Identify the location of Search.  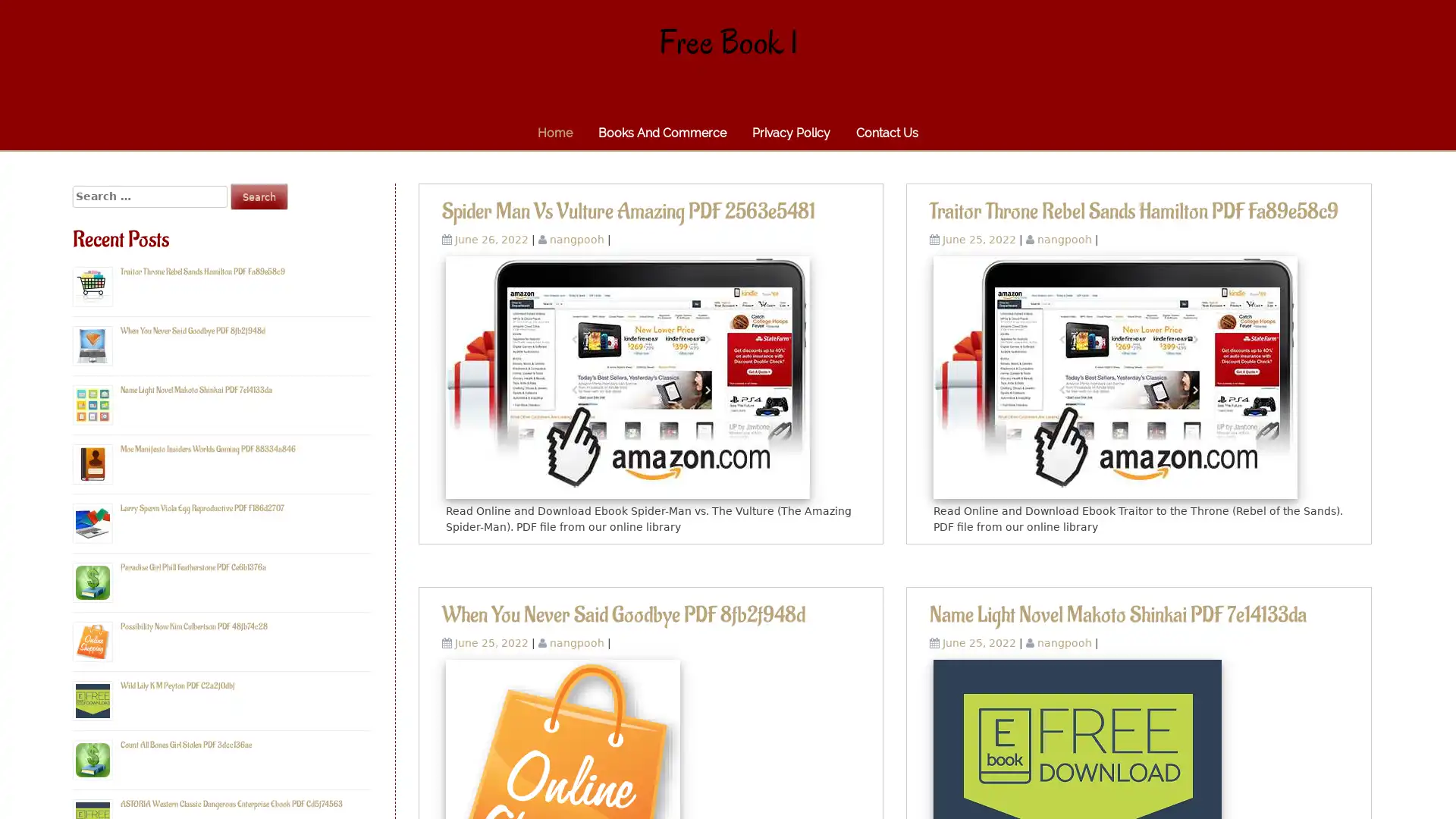
(259, 196).